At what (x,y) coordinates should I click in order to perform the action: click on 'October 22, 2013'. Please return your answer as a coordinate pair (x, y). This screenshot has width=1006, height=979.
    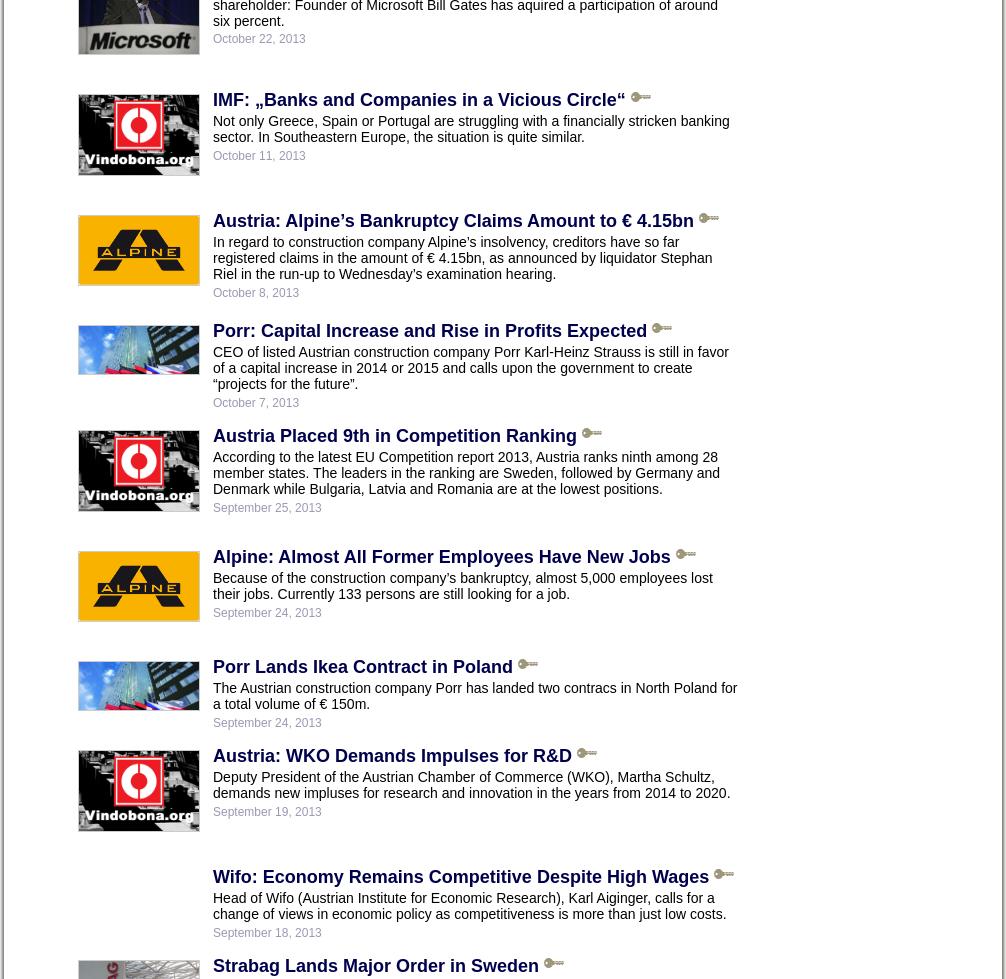
    Looking at the image, I should click on (258, 38).